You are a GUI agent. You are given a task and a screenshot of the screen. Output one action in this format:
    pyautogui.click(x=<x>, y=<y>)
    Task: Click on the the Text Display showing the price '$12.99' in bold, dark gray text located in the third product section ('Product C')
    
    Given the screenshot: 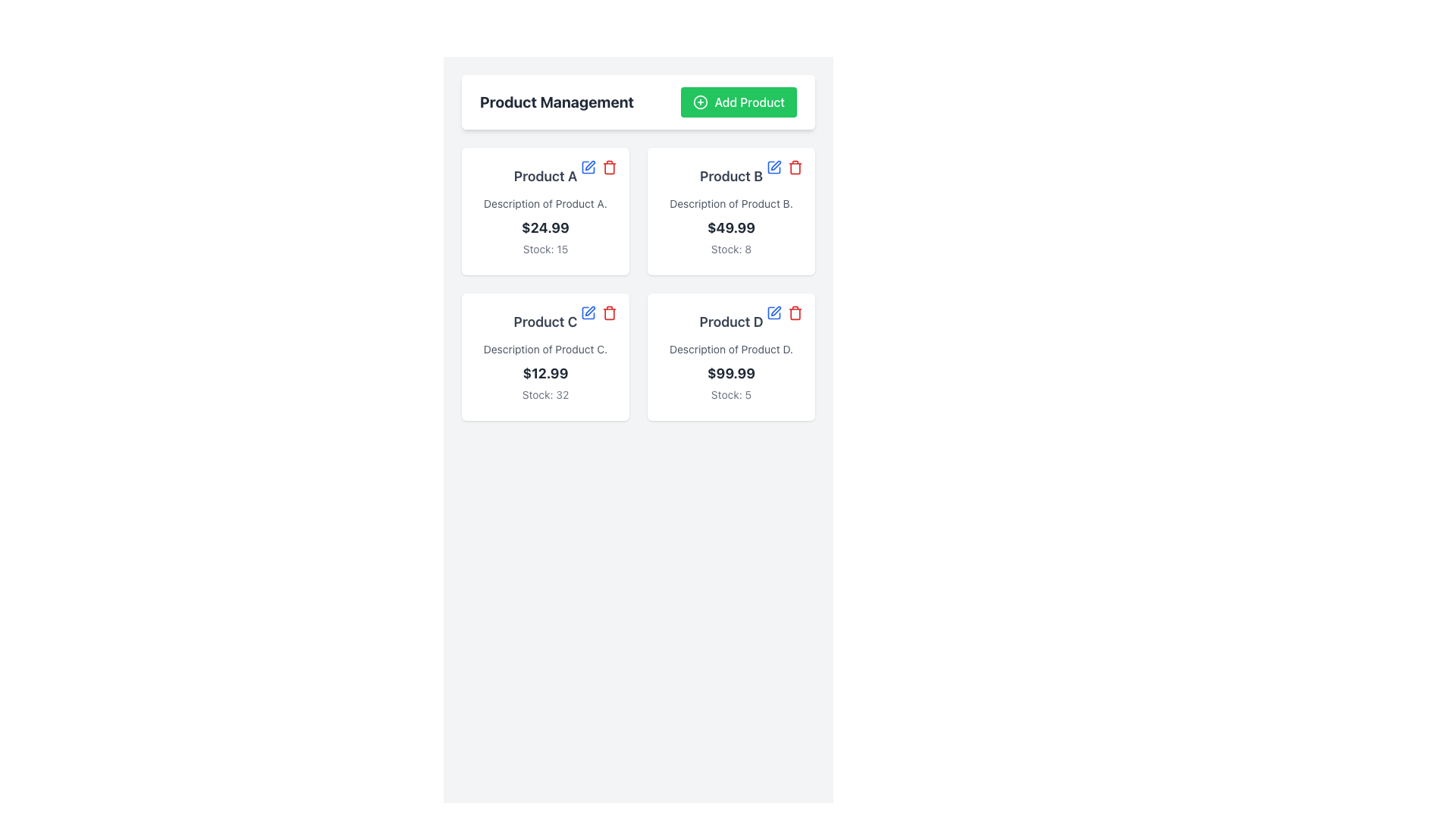 What is the action you would take?
    pyautogui.click(x=545, y=374)
    